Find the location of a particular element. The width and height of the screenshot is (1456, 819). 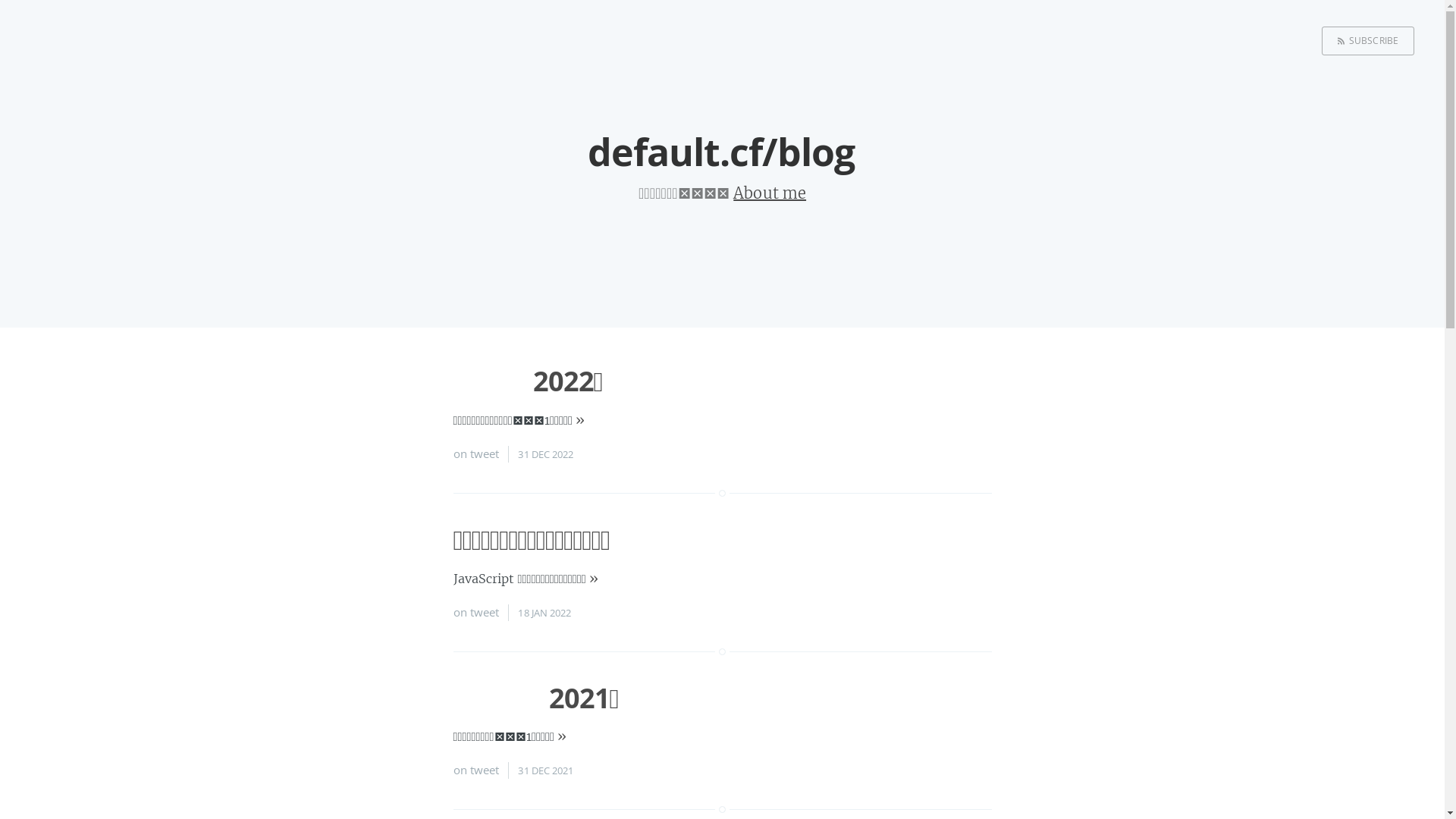

'SUBSCRIBE' is located at coordinates (1368, 40).